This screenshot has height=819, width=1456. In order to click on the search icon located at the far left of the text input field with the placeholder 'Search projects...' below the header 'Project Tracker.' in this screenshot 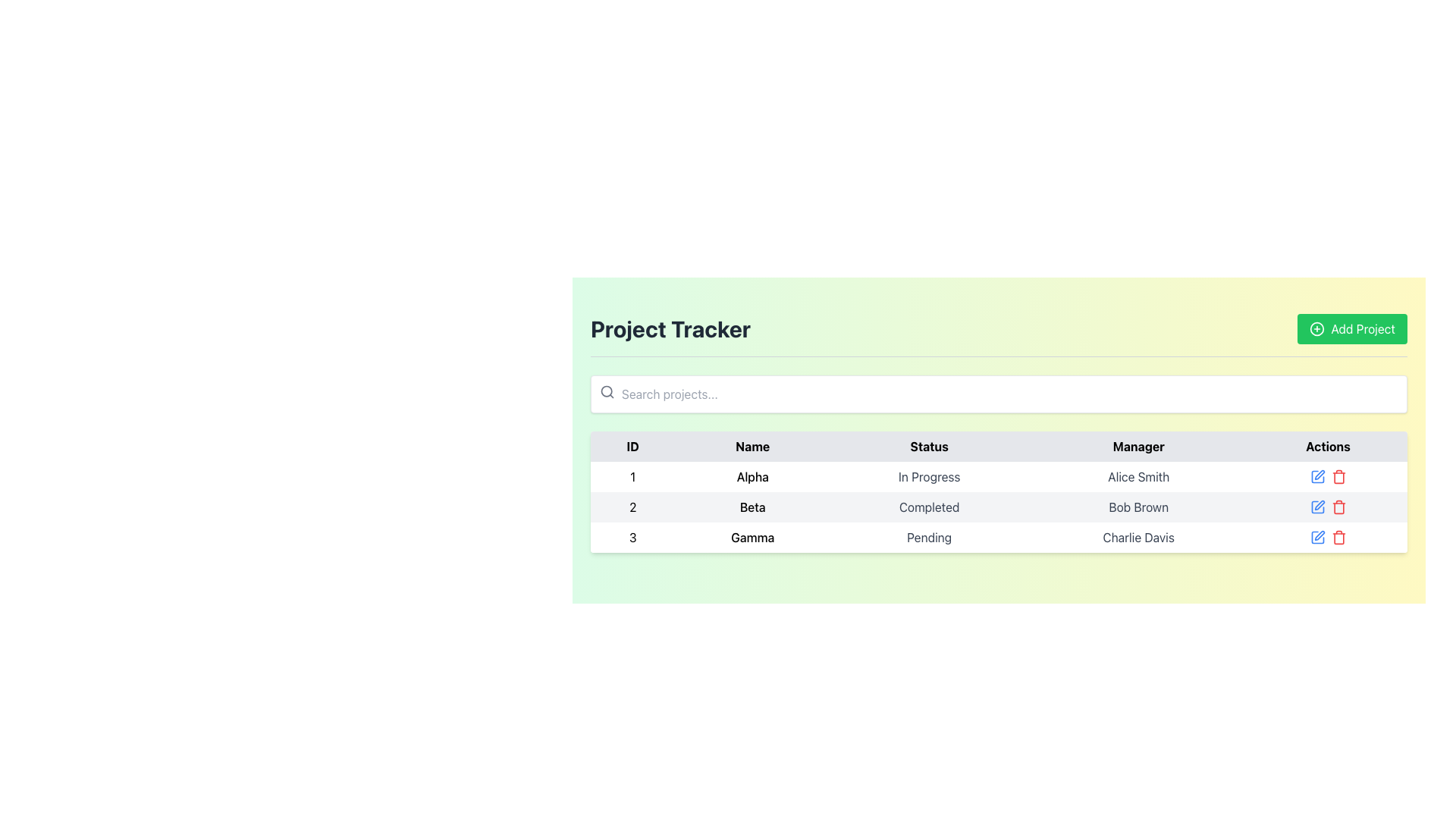, I will do `click(607, 391)`.